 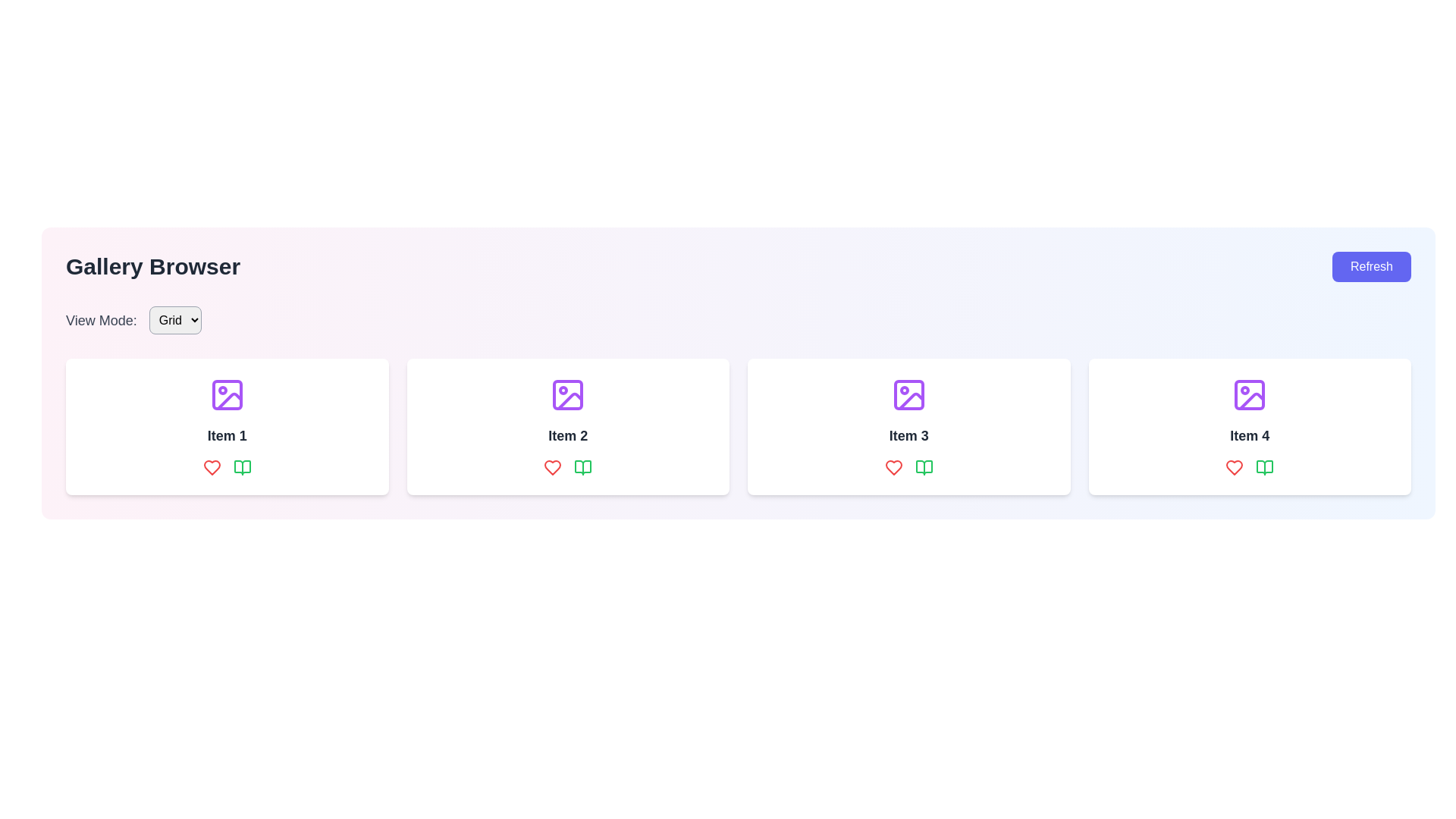 What do you see at coordinates (175, 319) in the screenshot?
I see `the 'Grid' dropdown menu button, which is a rectangular button with rounded corners and a downward arrow icon next to the text` at bounding box center [175, 319].